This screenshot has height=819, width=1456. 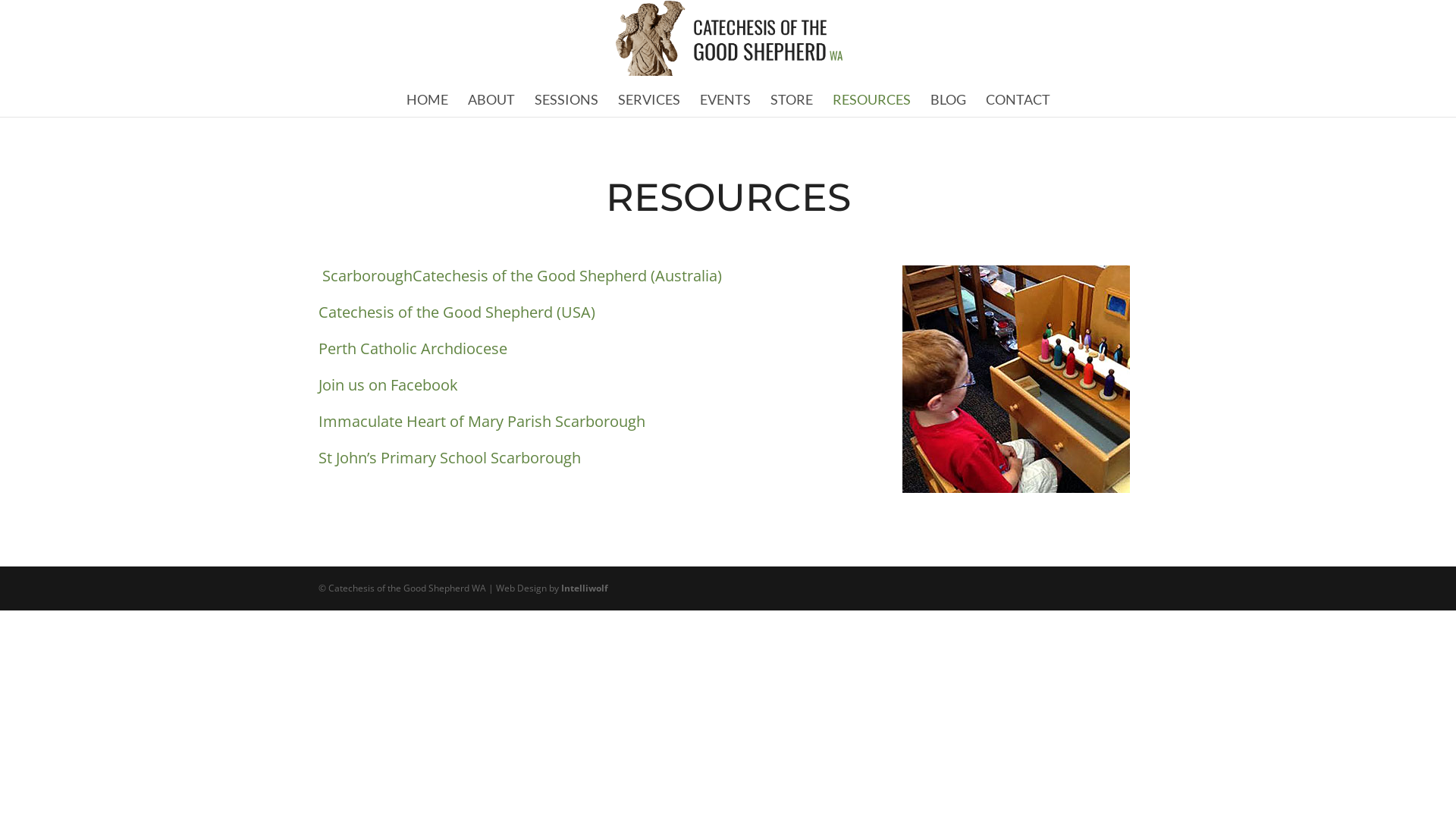 I want to click on 'STORE', so click(x=790, y=99).